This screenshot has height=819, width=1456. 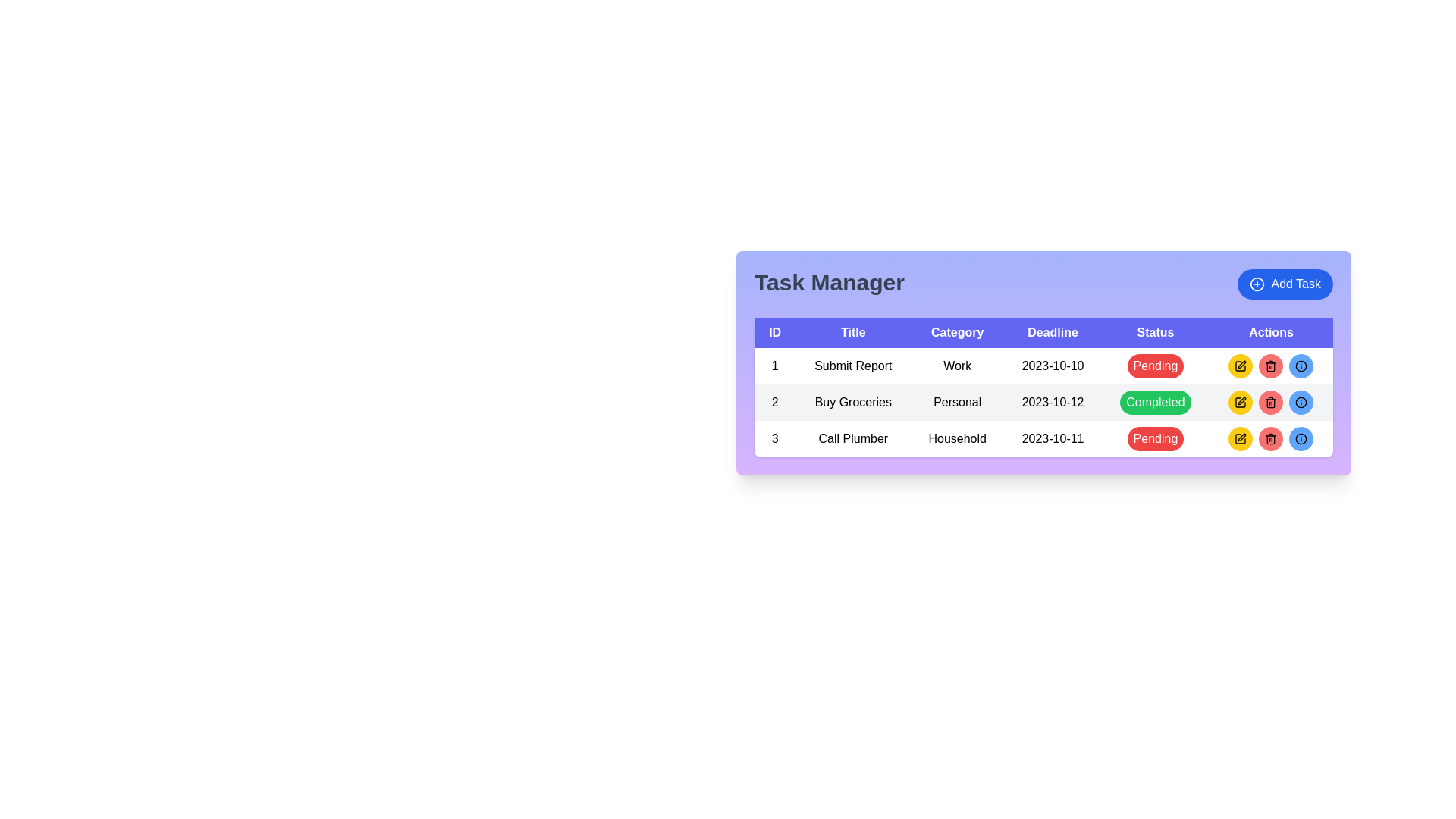 I want to click on the circular yellow button with a black border and a pen icon in the 'Actions' column for the third row of the task table titled 'Call Plumber' to initiate editing, so click(x=1241, y=438).